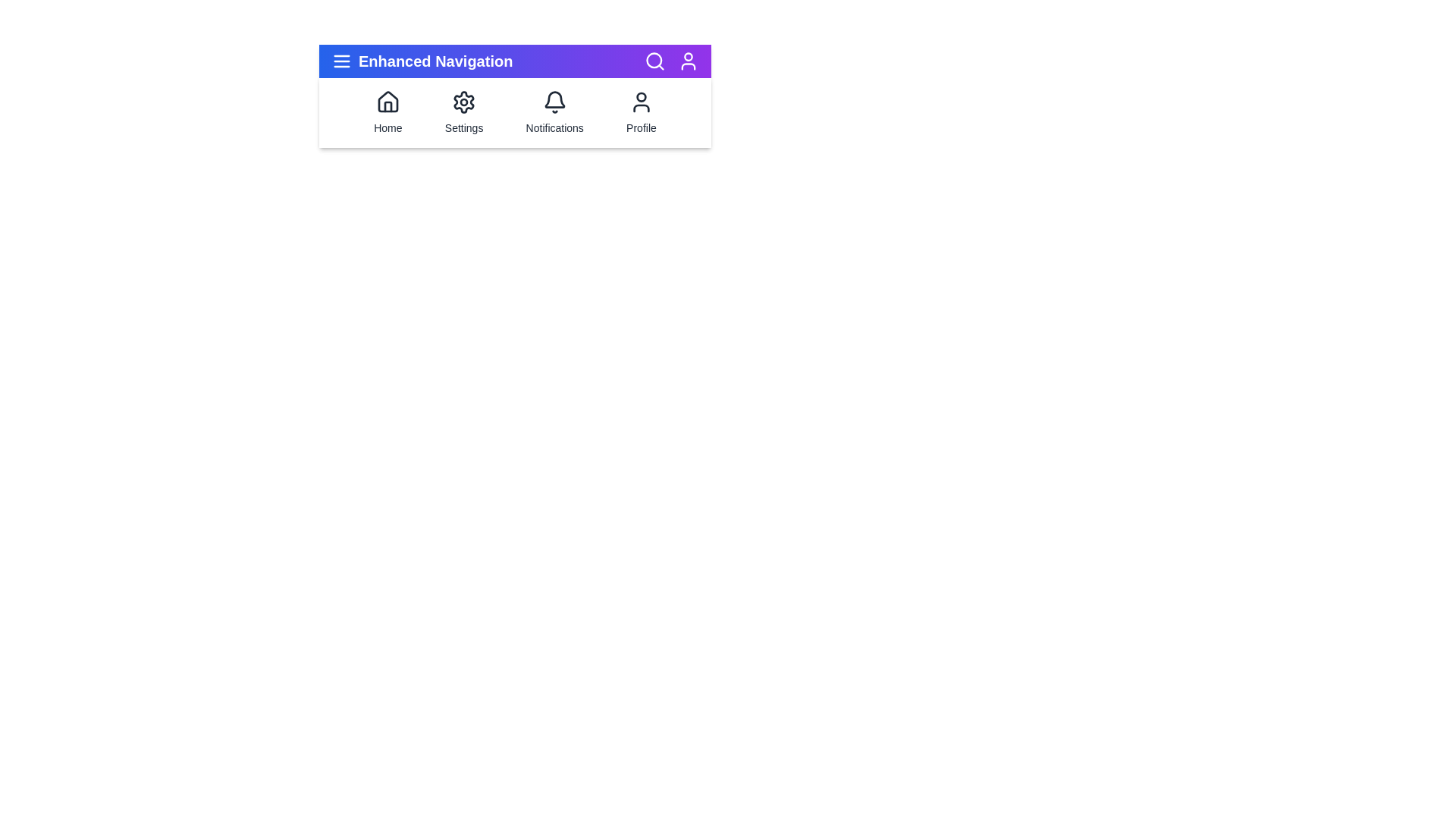 The image size is (1456, 819). I want to click on the 'User' icon to access profile-related actions, so click(687, 61).